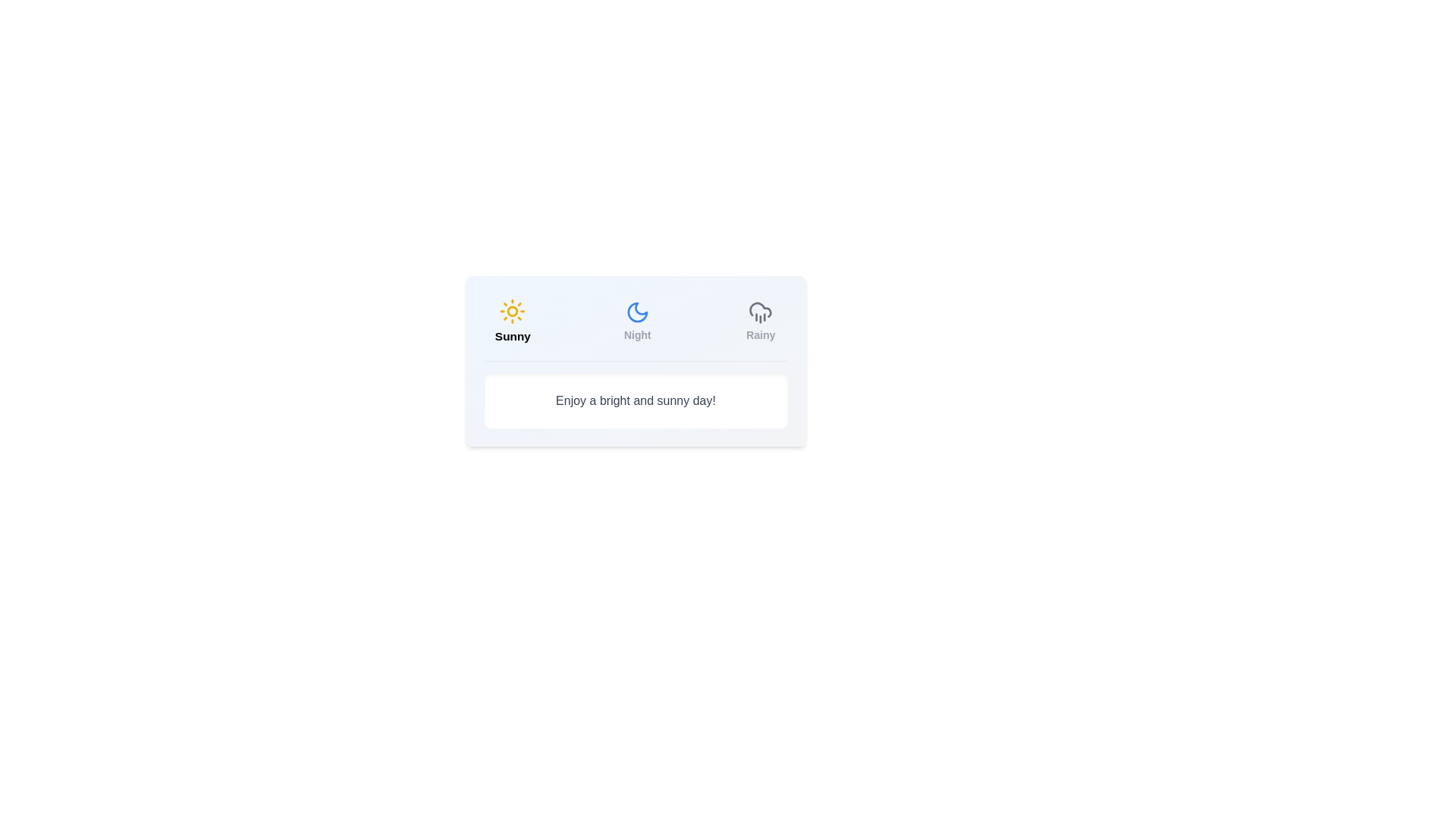 The height and width of the screenshot is (819, 1456). Describe the element at coordinates (512, 321) in the screenshot. I see `the tab labeled Sunny to observe its icon and label` at that location.